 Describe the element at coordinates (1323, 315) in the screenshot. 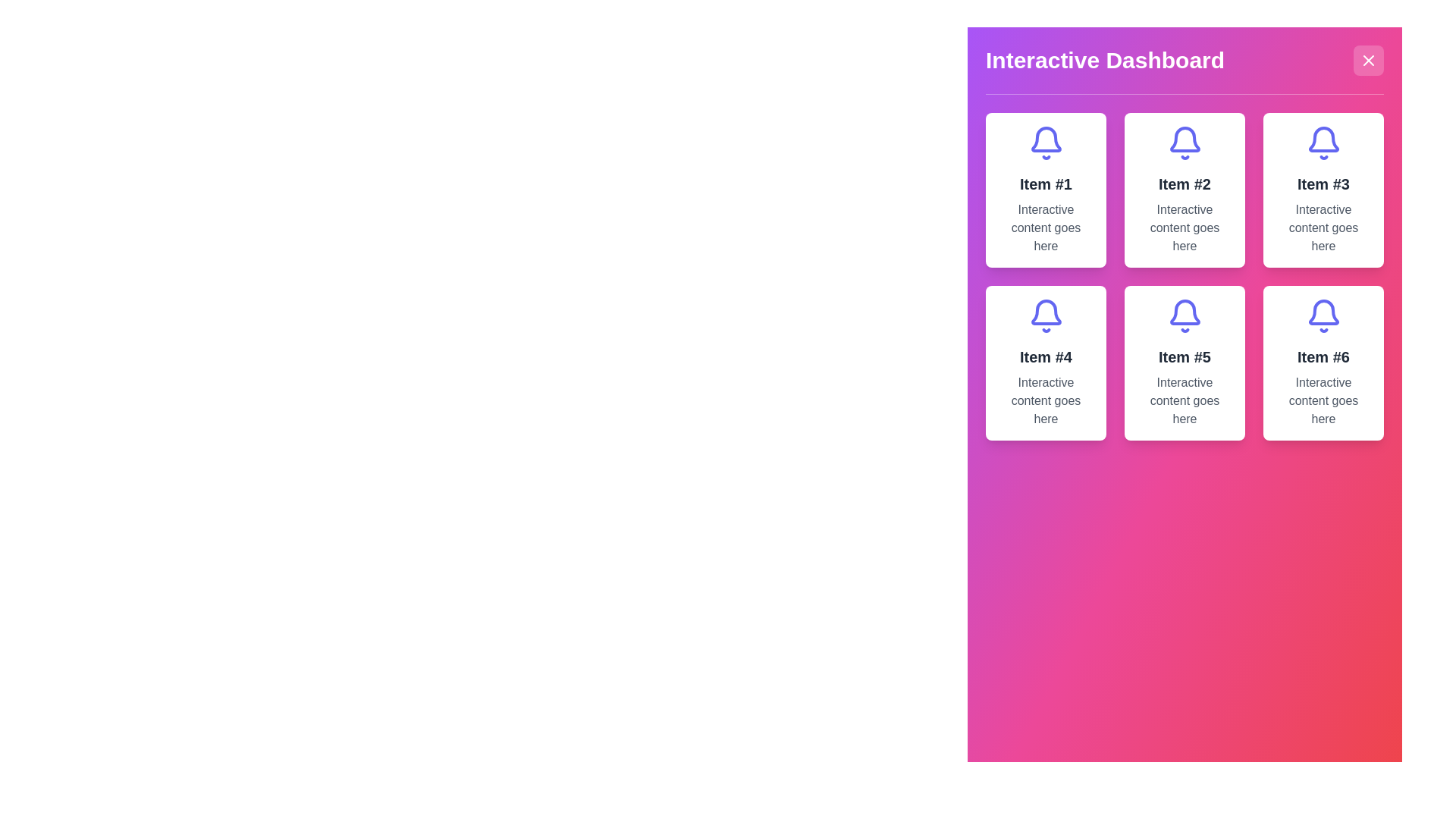

I see `the bell-shaped icon with a purple outline and white background, located centrally above the text 'Item #6' in the card labeled 'Item #6'` at that location.